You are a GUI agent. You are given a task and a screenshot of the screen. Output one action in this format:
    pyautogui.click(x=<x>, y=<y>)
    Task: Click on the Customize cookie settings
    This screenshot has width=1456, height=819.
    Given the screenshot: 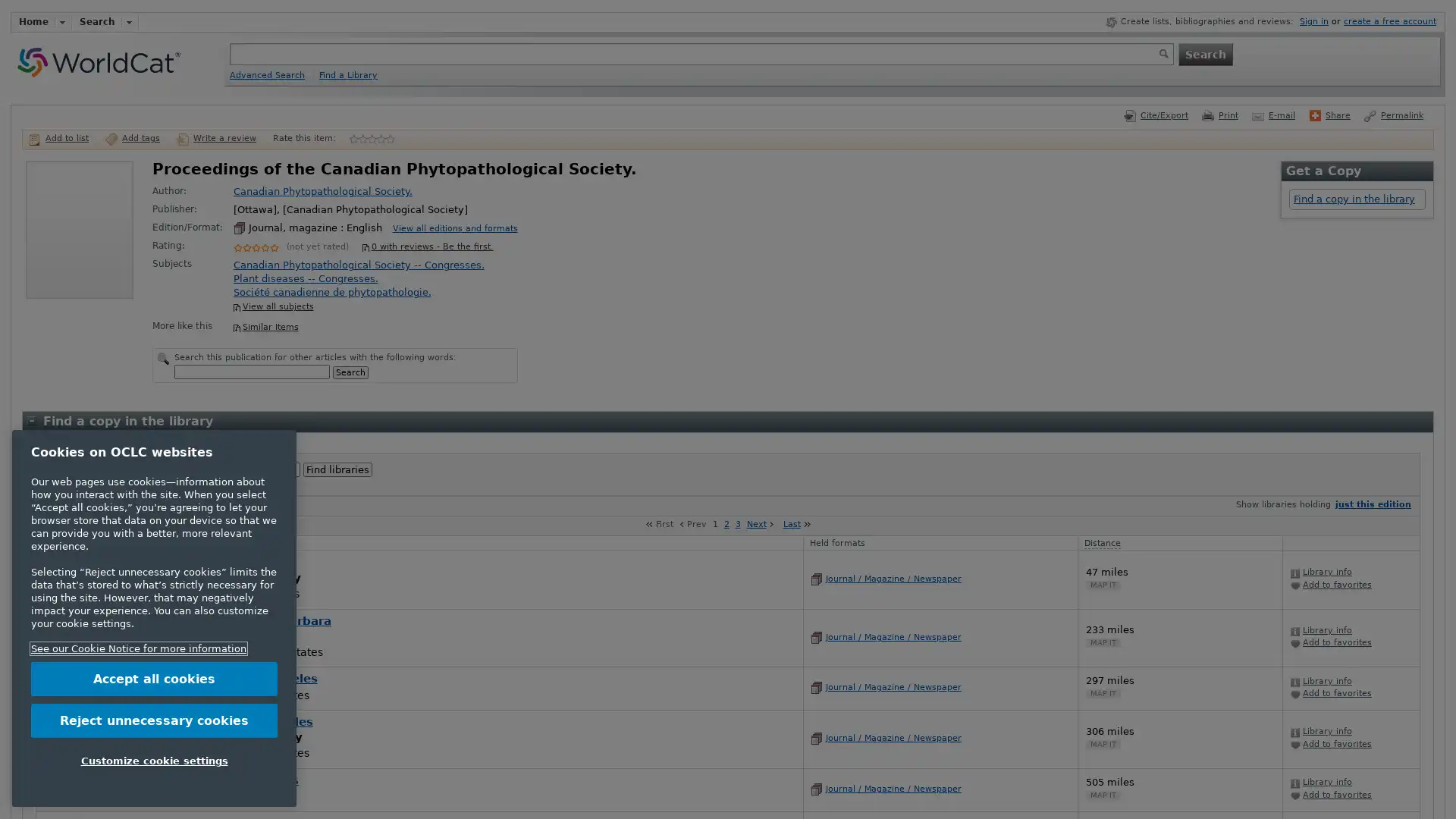 What is the action you would take?
    pyautogui.click(x=154, y=760)
    